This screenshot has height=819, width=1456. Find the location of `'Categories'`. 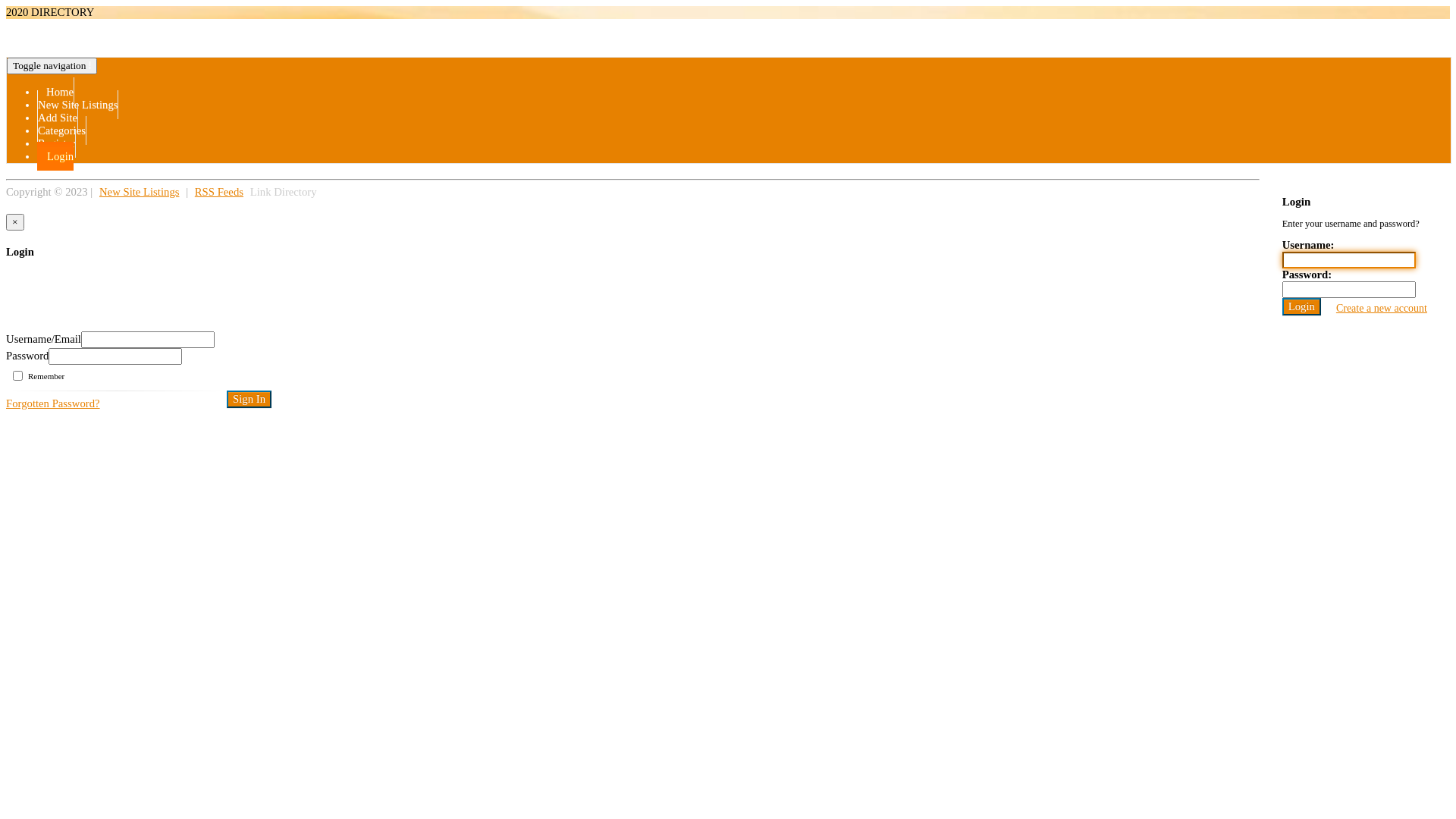

'Categories' is located at coordinates (61, 130).